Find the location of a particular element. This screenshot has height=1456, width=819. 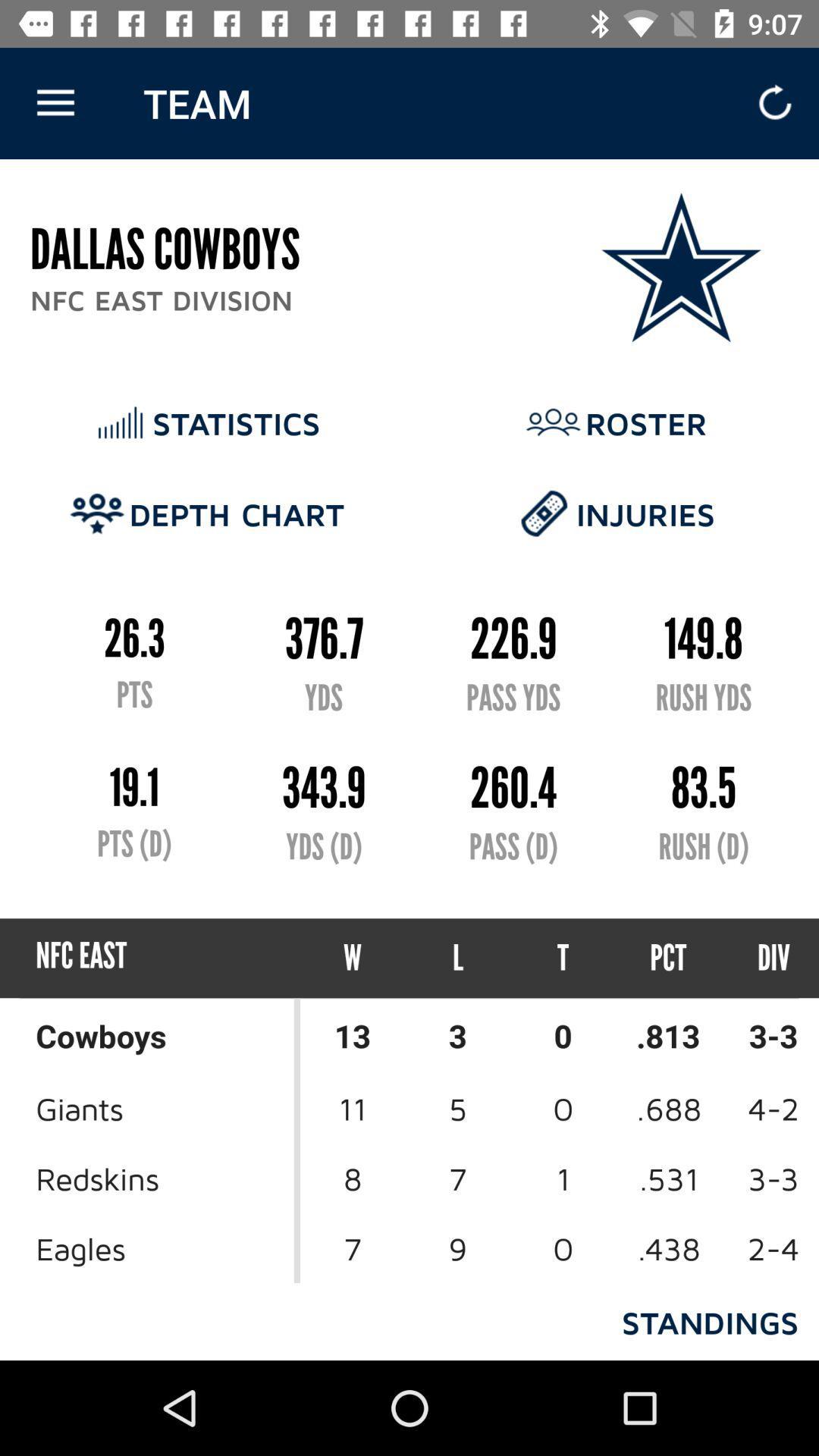

the icon below the rush (d) item is located at coordinates (667, 957).